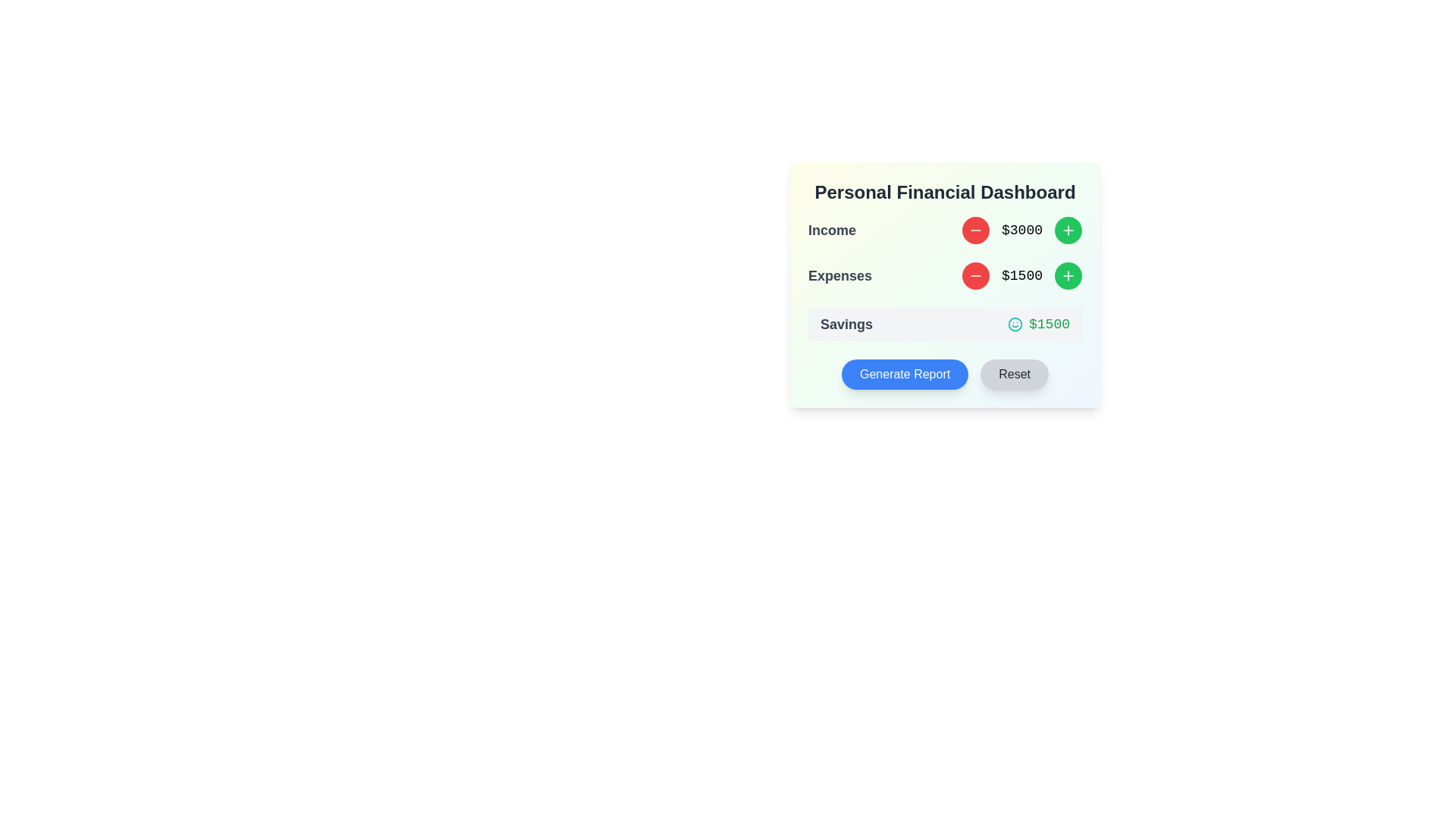  I want to click on the circular green button with a white plus symbol to increment the 'Expenses' value in the 'Personal Financial Dashboard', so click(1068, 275).